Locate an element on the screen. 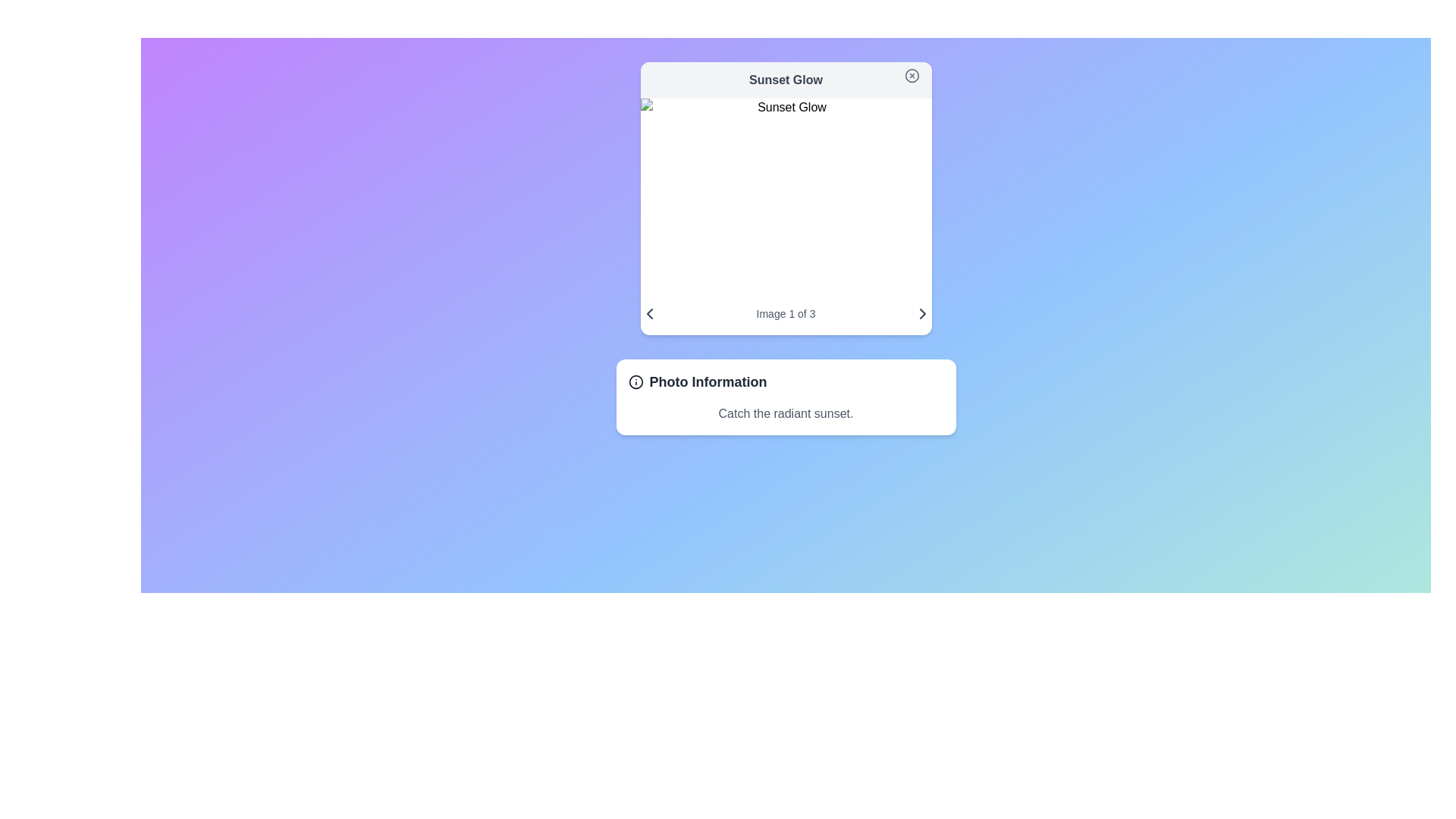 The image size is (1456, 819). the text label displaying 'Image 1 of 3' in a small, gray font located at the lower center of the card-like interface is located at coordinates (786, 312).